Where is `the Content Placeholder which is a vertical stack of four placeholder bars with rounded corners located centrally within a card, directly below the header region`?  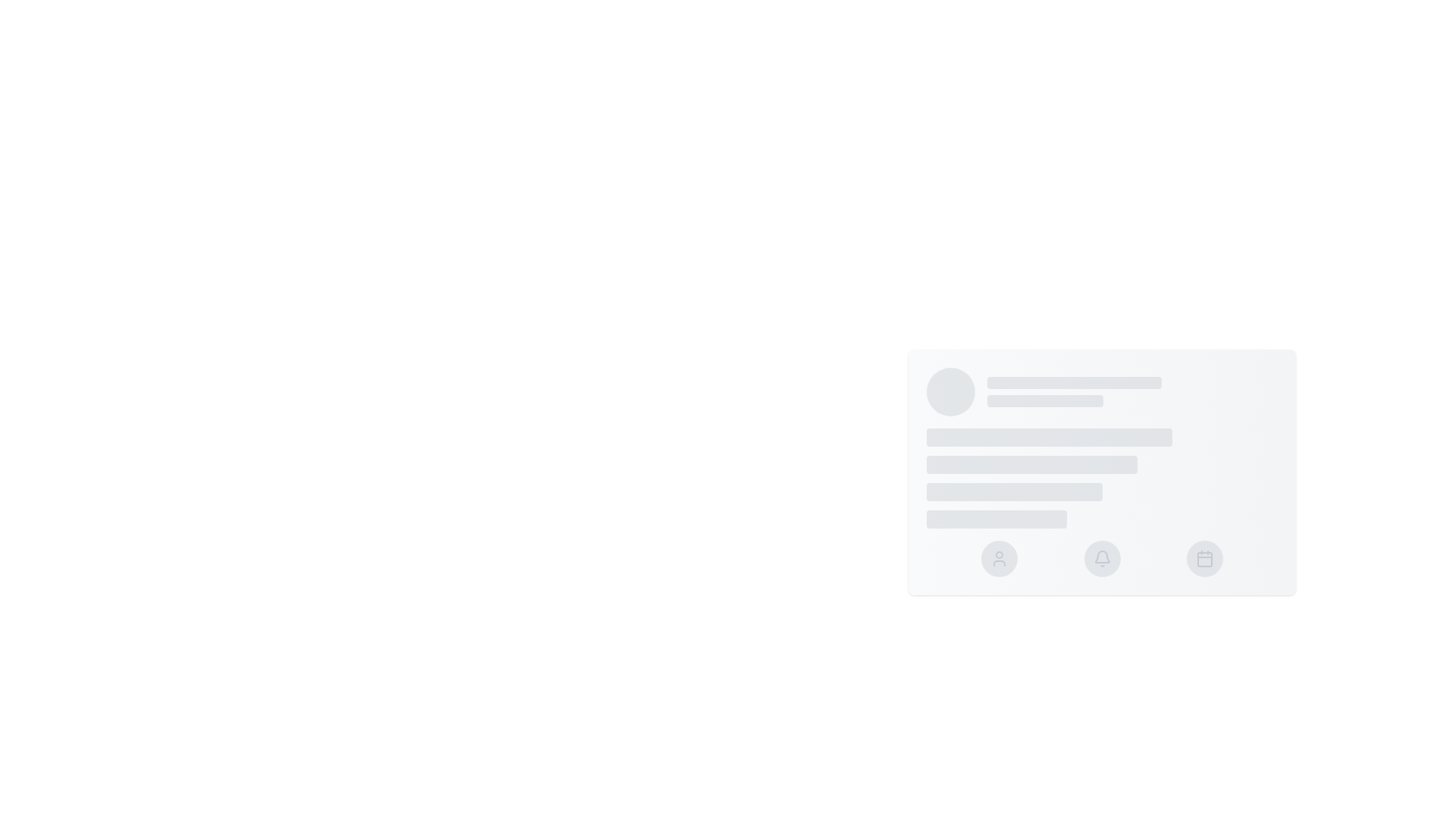 the Content Placeholder which is a vertical stack of four placeholder bars with rounded corners located centrally within a card, directly below the header region is located at coordinates (1102, 479).